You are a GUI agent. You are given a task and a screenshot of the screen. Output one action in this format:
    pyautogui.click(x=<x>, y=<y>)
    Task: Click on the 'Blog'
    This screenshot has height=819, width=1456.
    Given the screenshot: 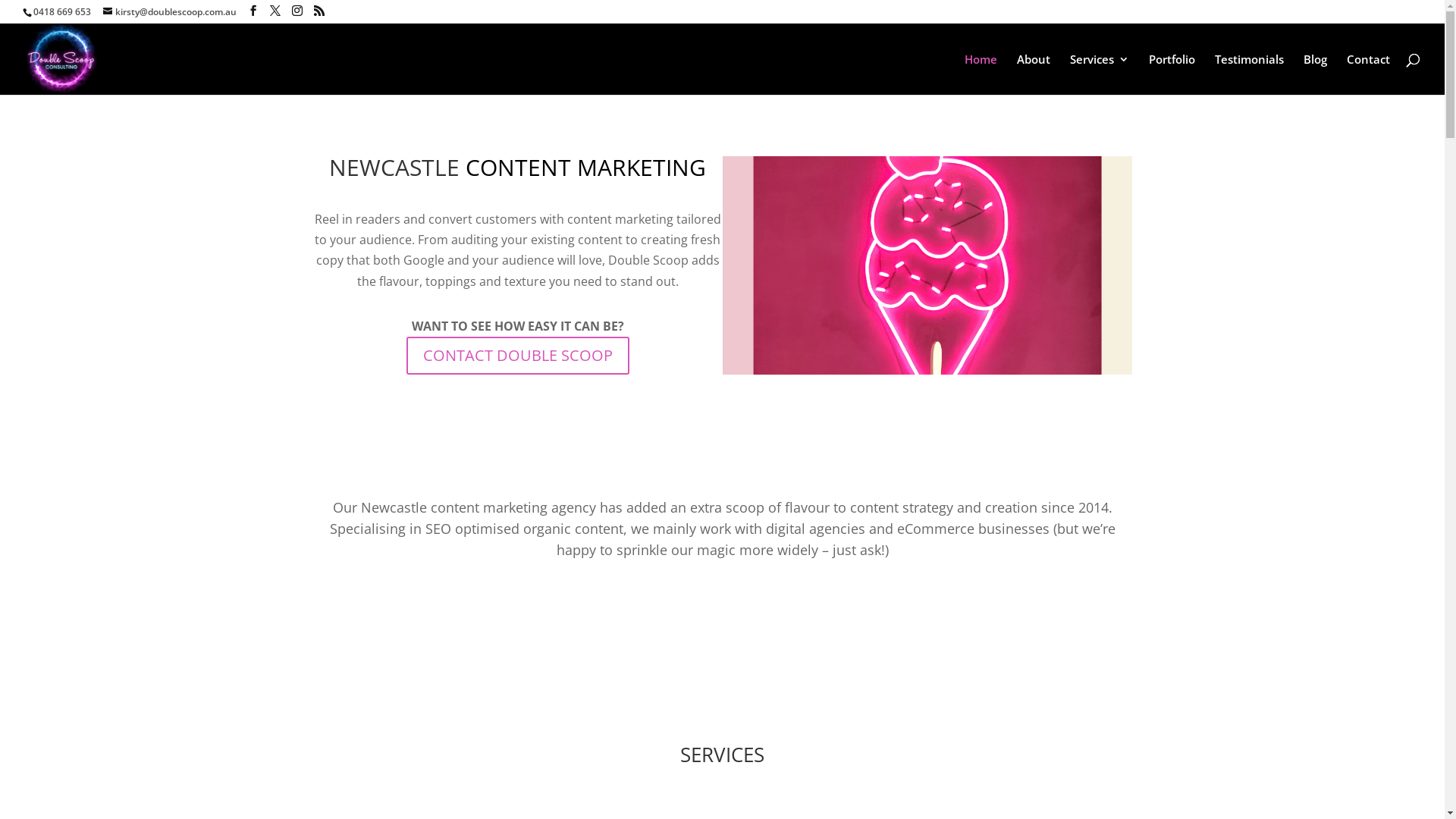 What is the action you would take?
    pyautogui.click(x=1302, y=74)
    